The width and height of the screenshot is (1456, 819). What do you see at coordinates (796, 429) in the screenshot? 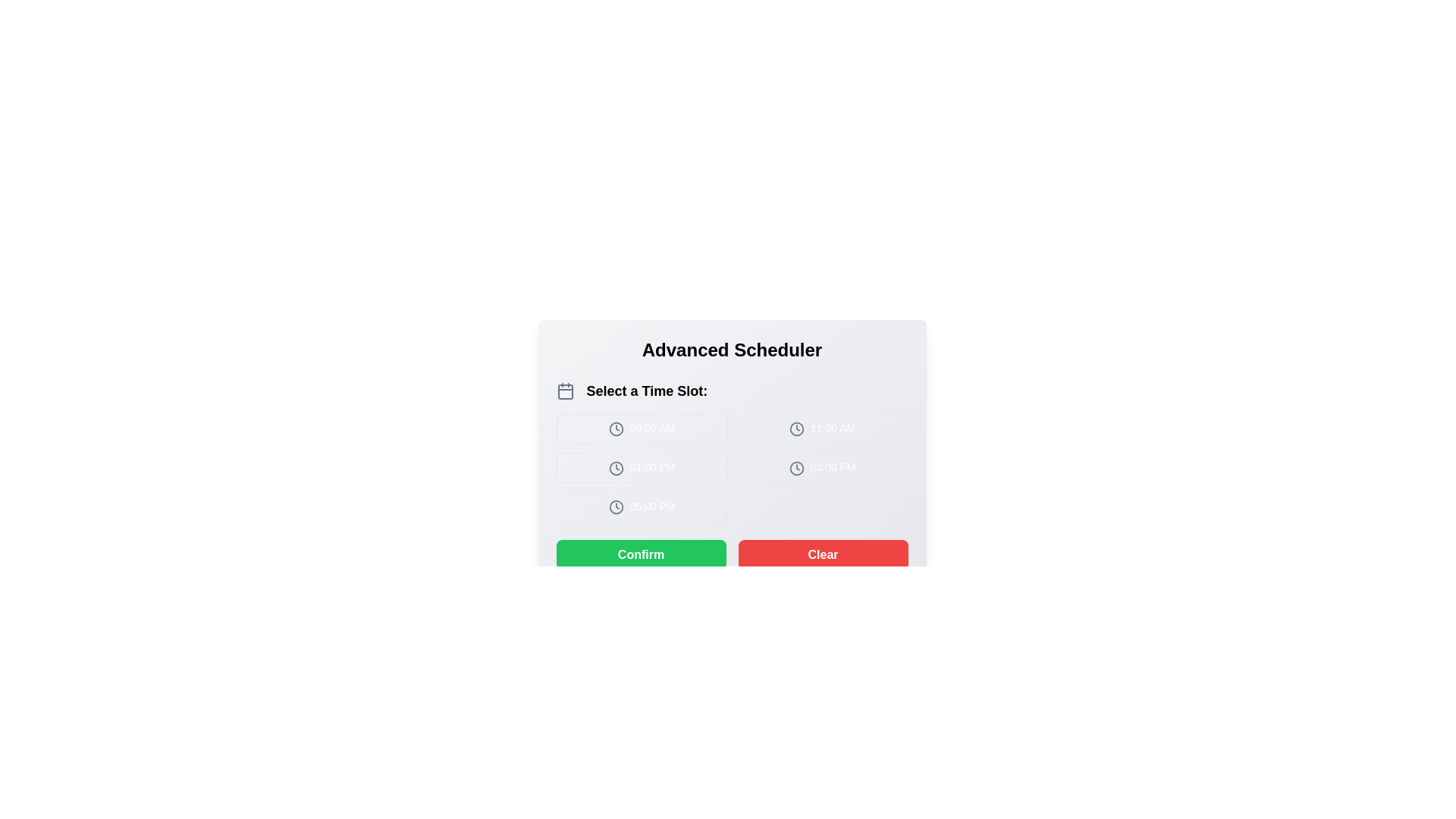
I see `the clock icon with a minimalistic design and a gray tone, located in the time slot button labeled '11:00 AM', which is the second item in the top row of the time slot selection area` at bounding box center [796, 429].